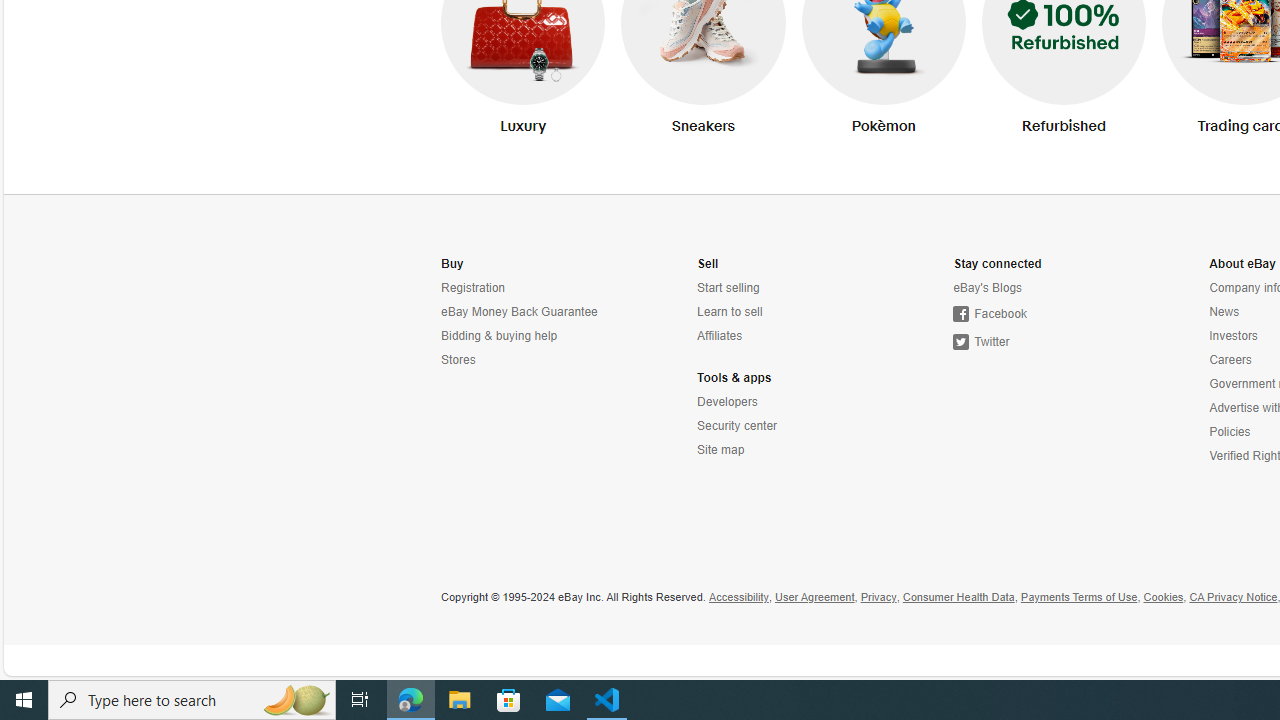 The width and height of the screenshot is (1280, 720). I want to click on 'Bidding & buying help', so click(499, 335).